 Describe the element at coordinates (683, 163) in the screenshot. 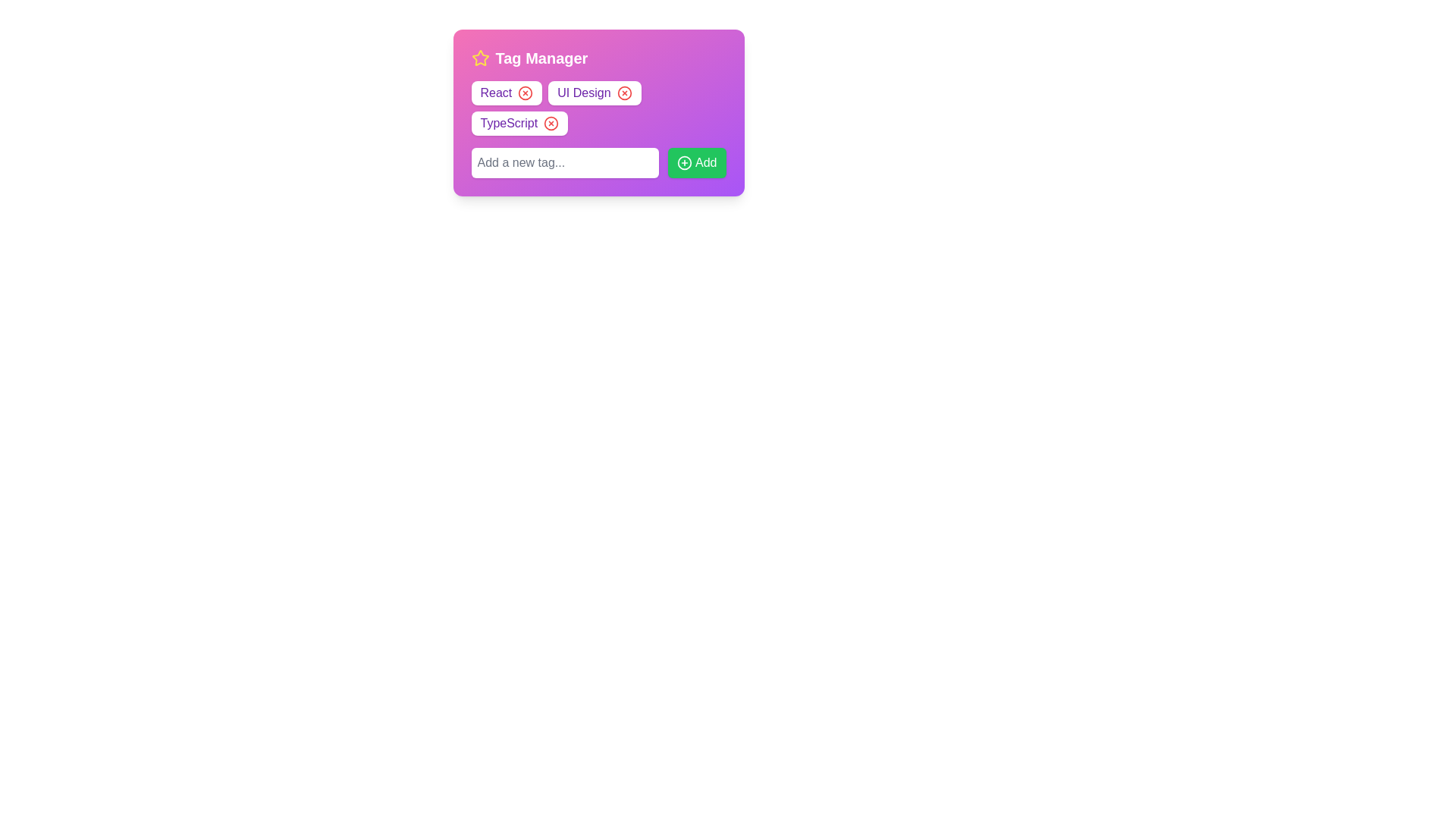

I see `the SVG icon with a circular boundary and a '+' symbol in the center, which is located to the left of the 'Add' text inside the green 'Add' button` at that location.